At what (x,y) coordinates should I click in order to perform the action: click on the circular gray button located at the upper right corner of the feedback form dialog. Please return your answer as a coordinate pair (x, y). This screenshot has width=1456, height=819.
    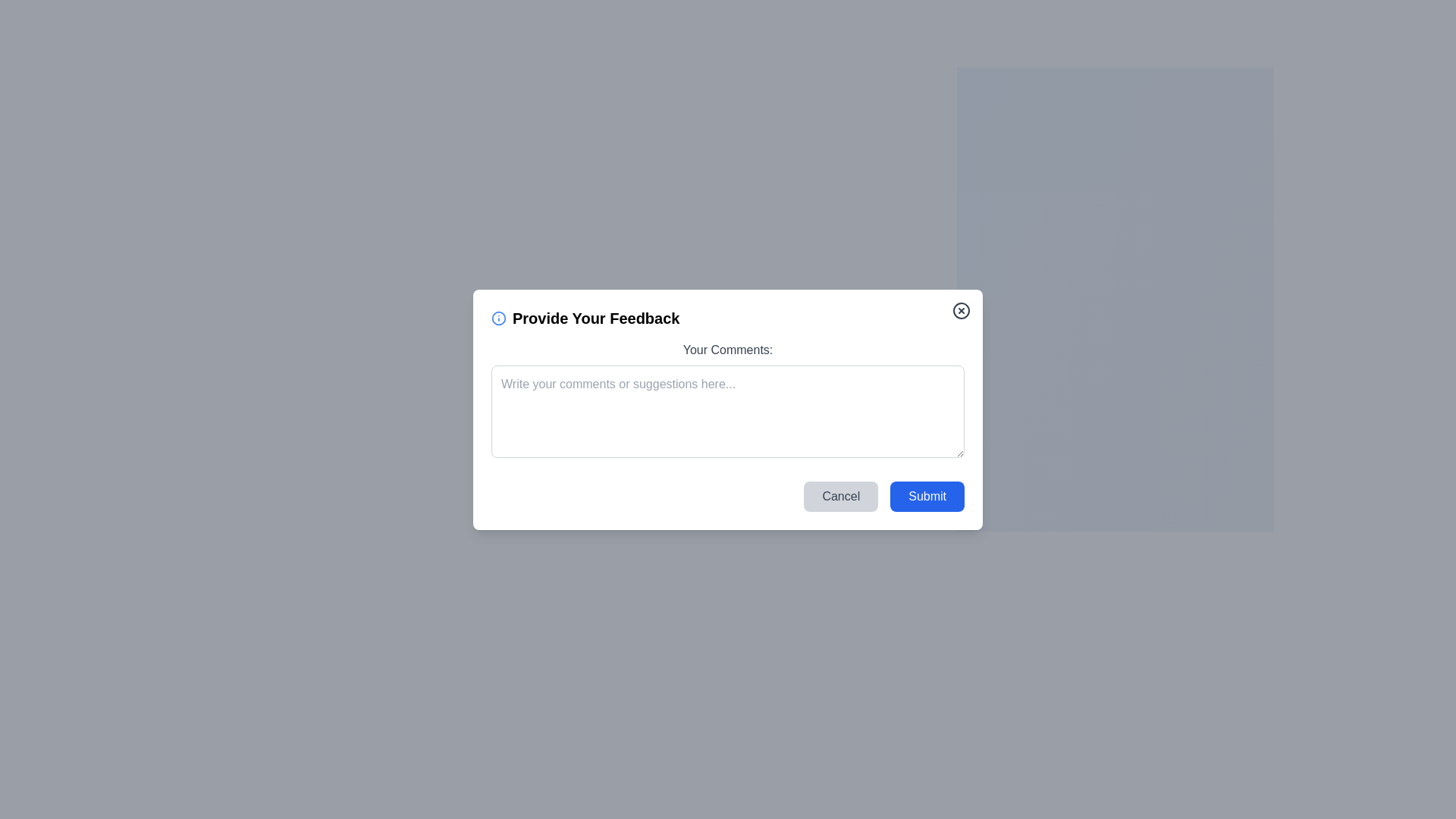
    Looking at the image, I should click on (960, 309).